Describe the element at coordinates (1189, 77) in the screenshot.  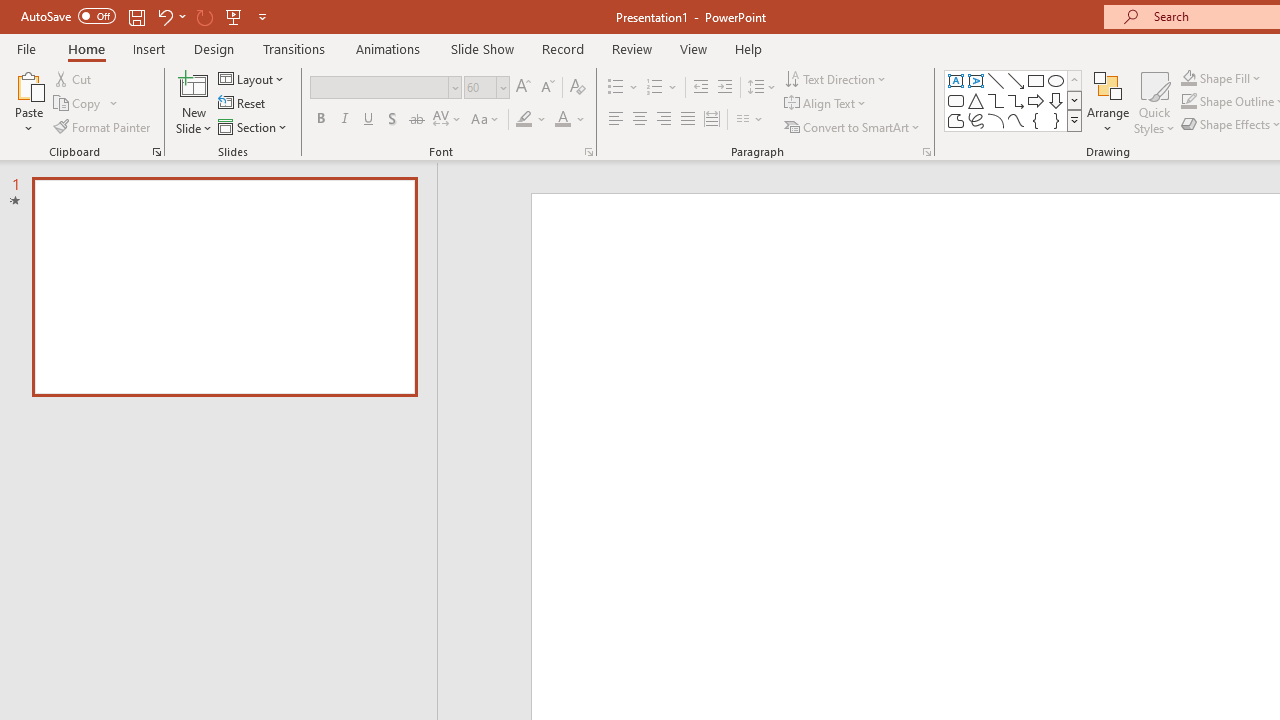
I see `'Shape Fill Orange, Accent 2'` at that location.